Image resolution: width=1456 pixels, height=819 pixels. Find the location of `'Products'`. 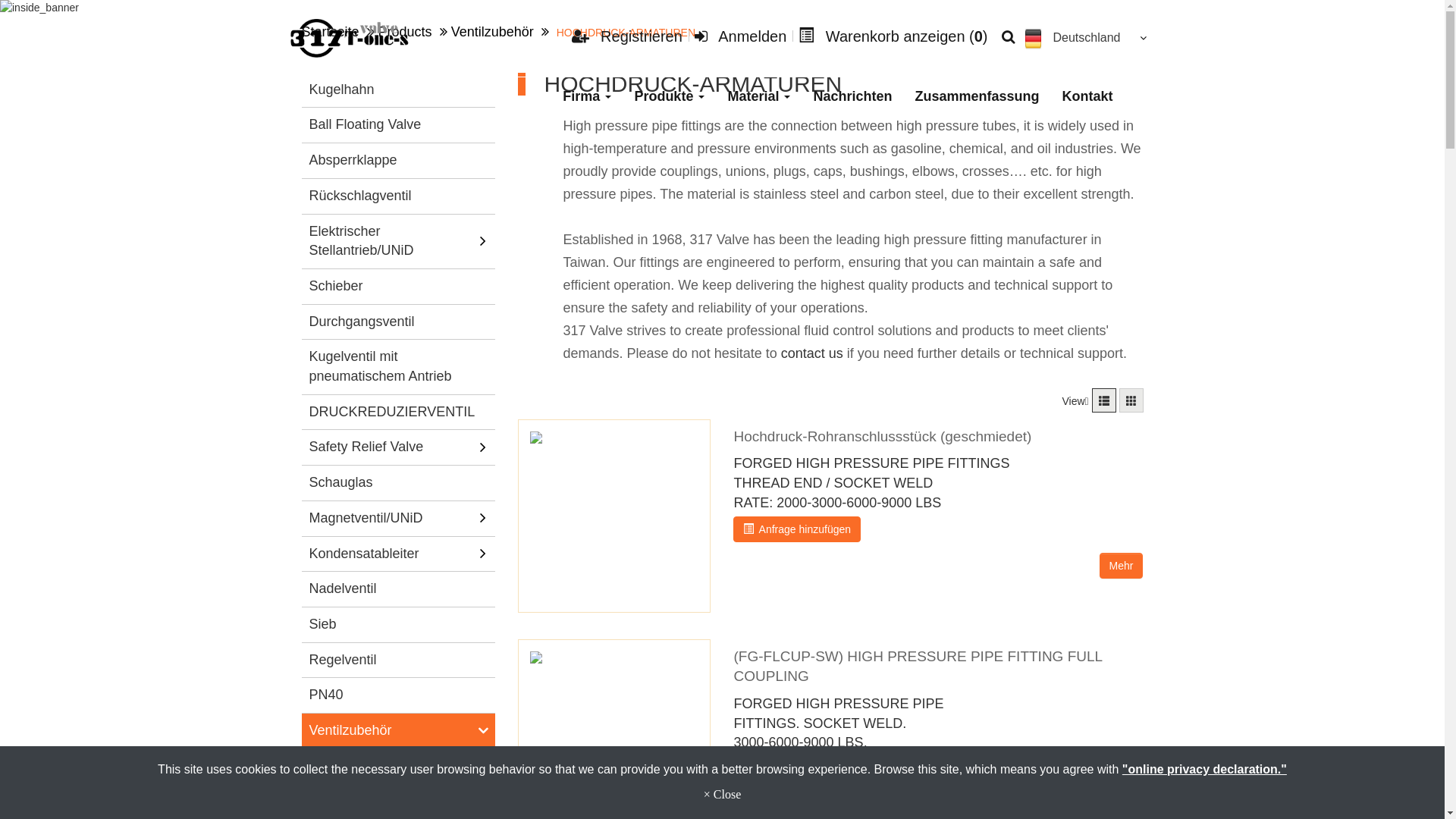

'Products' is located at coordinates (405, 32).